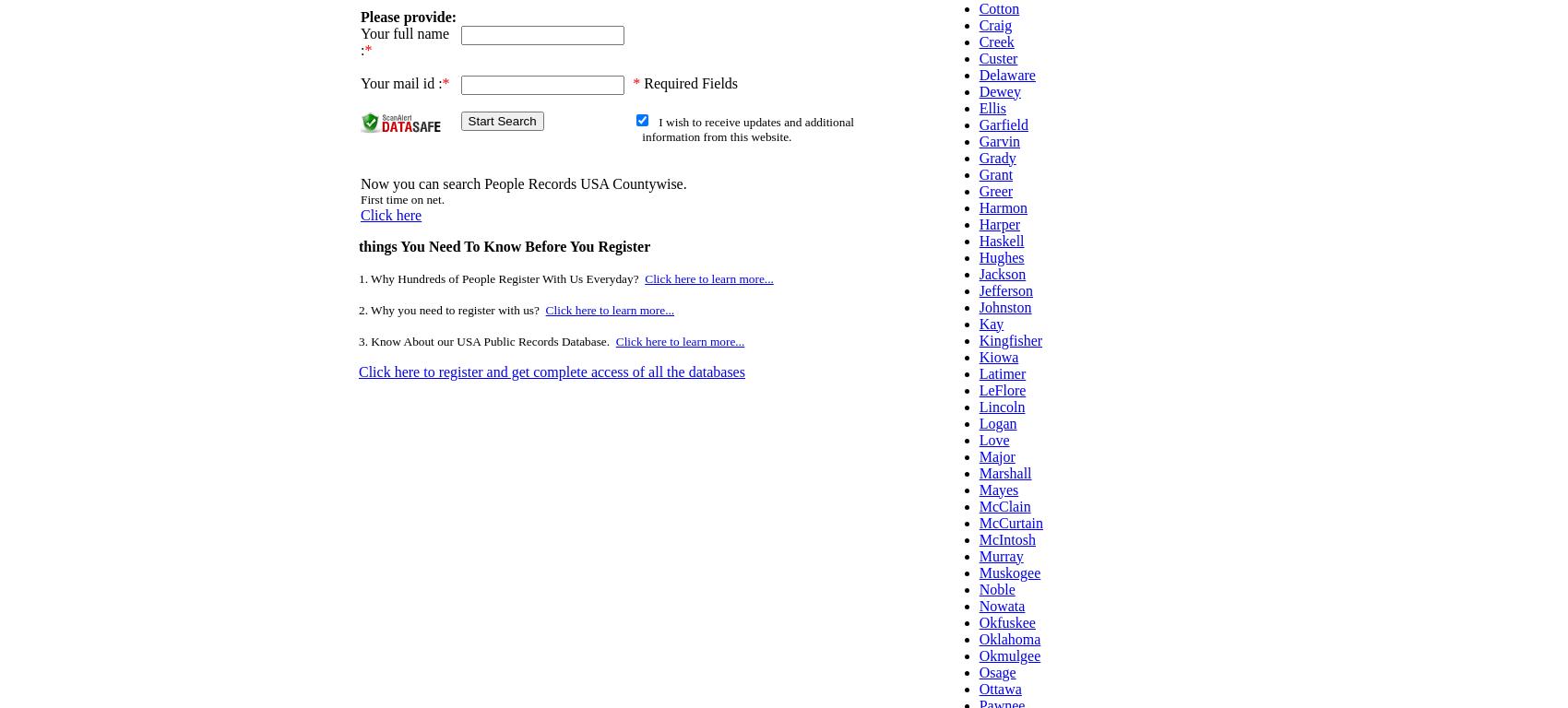 This screenshot has width=1568, height=708. What do you see at coordinates (402, 198) in the screenshot?
I see `'First time on net.'` at bounding box center [402, 198].